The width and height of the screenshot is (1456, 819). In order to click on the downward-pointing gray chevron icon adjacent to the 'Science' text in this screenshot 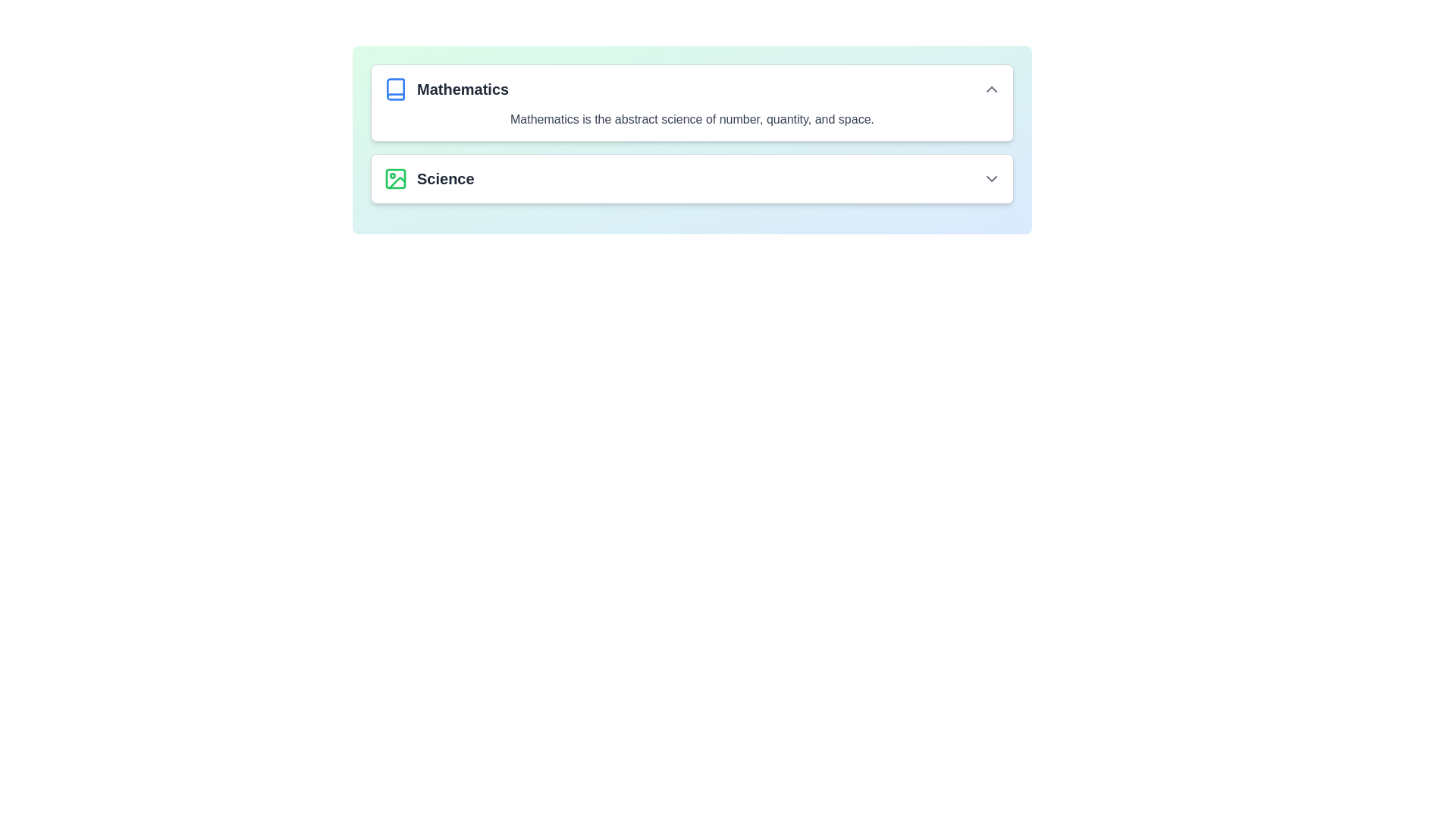, I will do `click(992, 177)`.